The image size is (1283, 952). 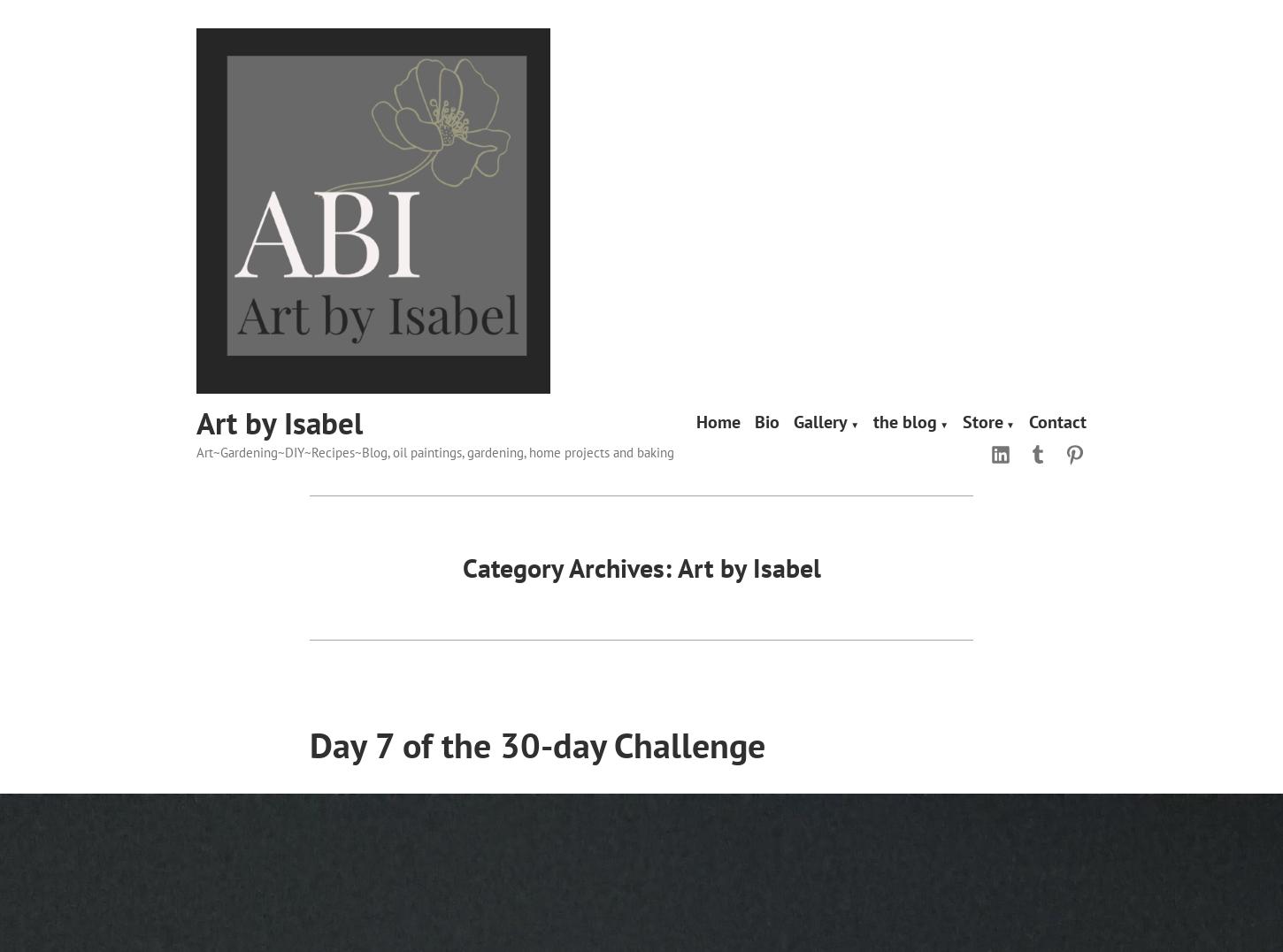 What do you see at coordinates (819, 420) in the screenshot?
I see `'Gallery'` at bounding box center [819, 420].